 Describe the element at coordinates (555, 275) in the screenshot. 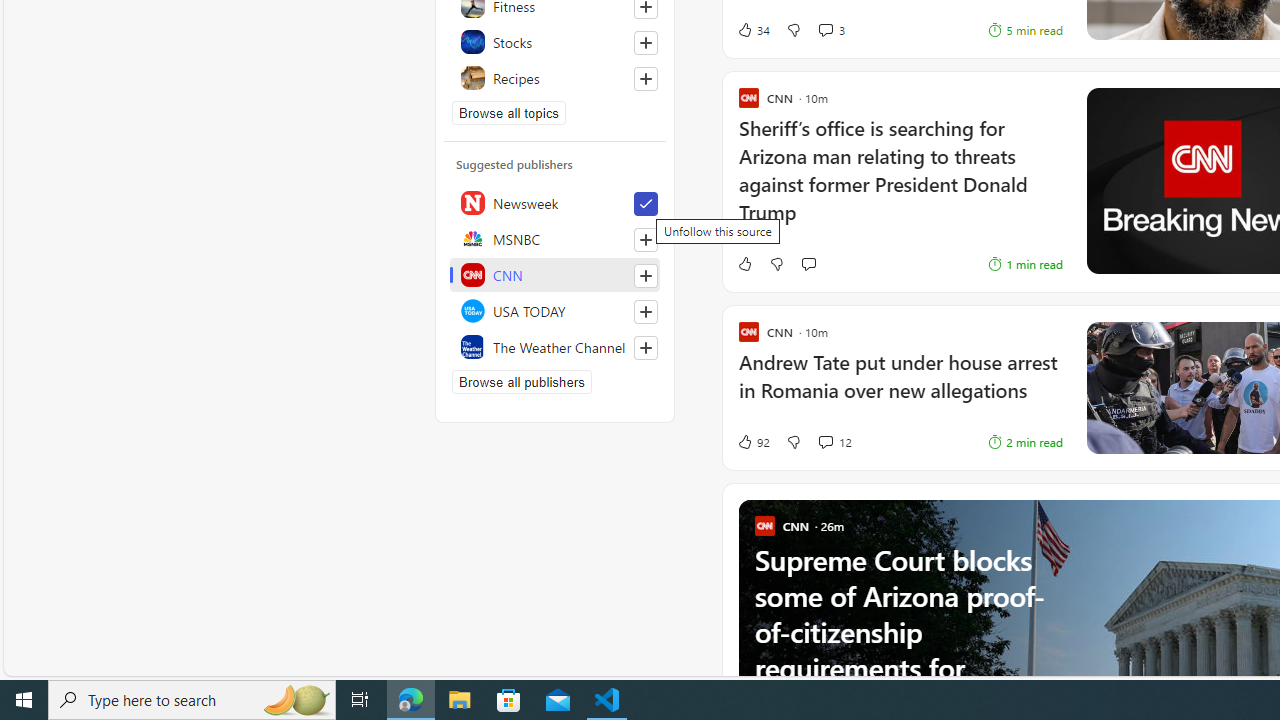

I see `'CNN'` at that location.